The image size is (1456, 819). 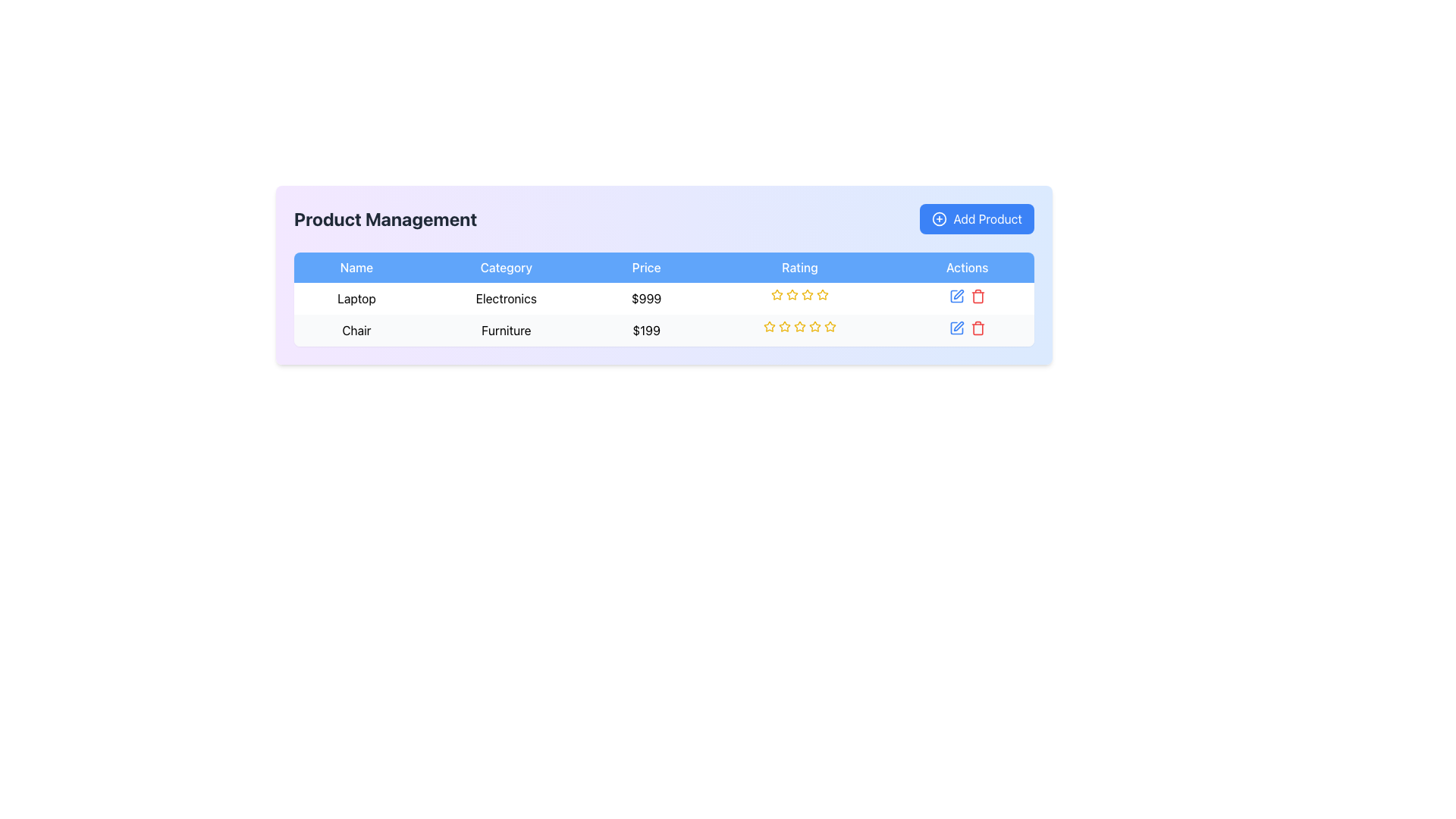 I want to click on the Text Display element that shows the price '$999' for the product 'Laptop', so click(x=664, y=298).